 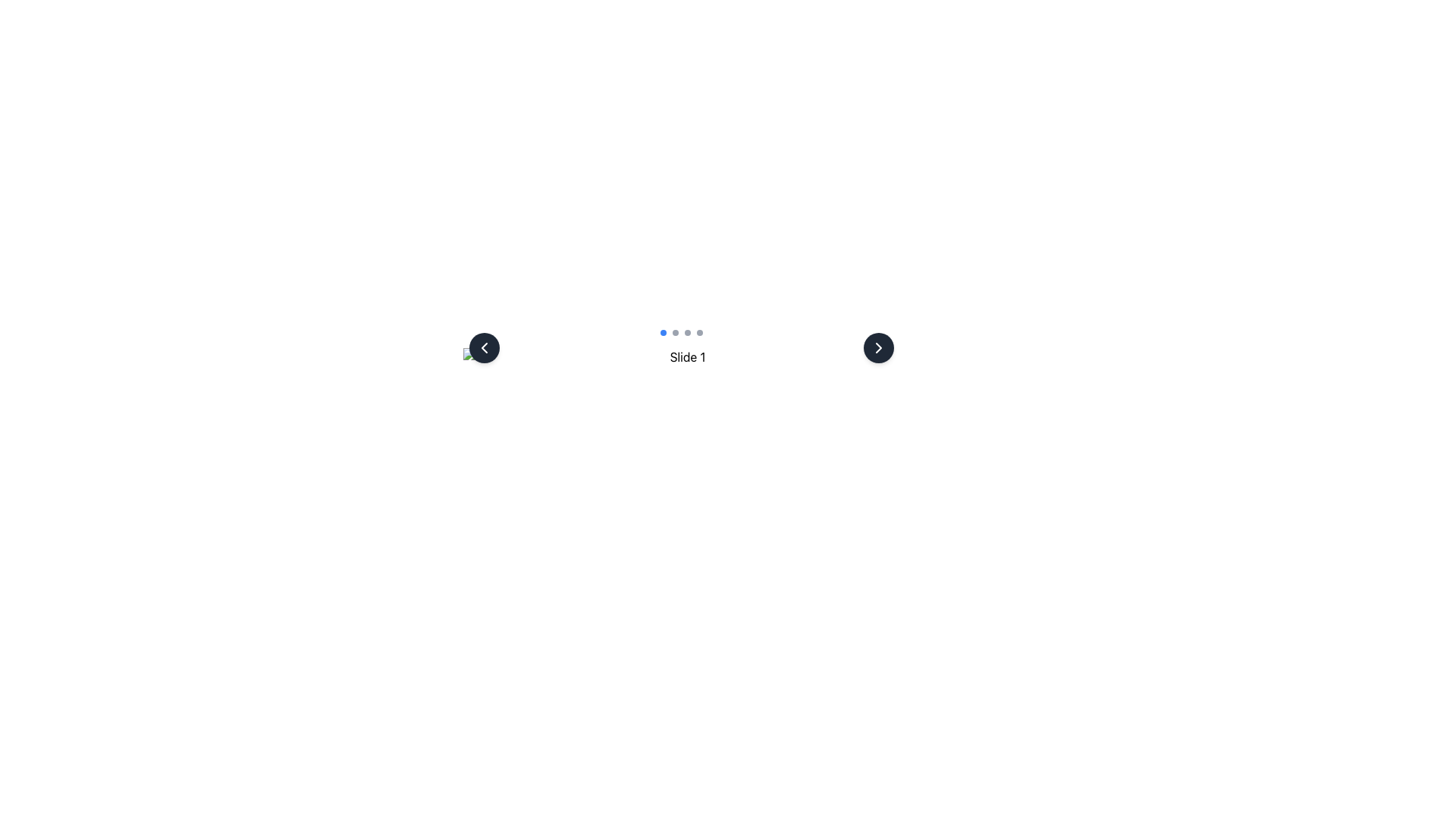 I want to click on the Carousel navigation indicators, so click(x=680, y=332).